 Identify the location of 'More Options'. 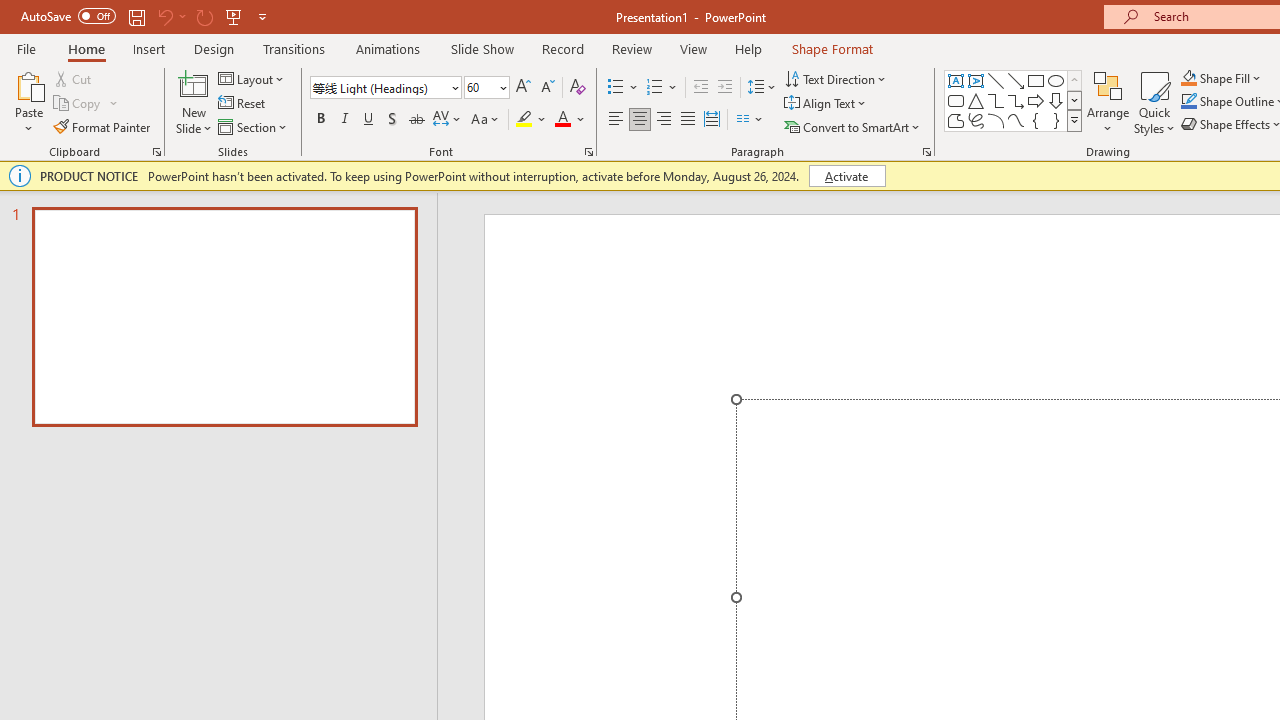
(1232, 77).